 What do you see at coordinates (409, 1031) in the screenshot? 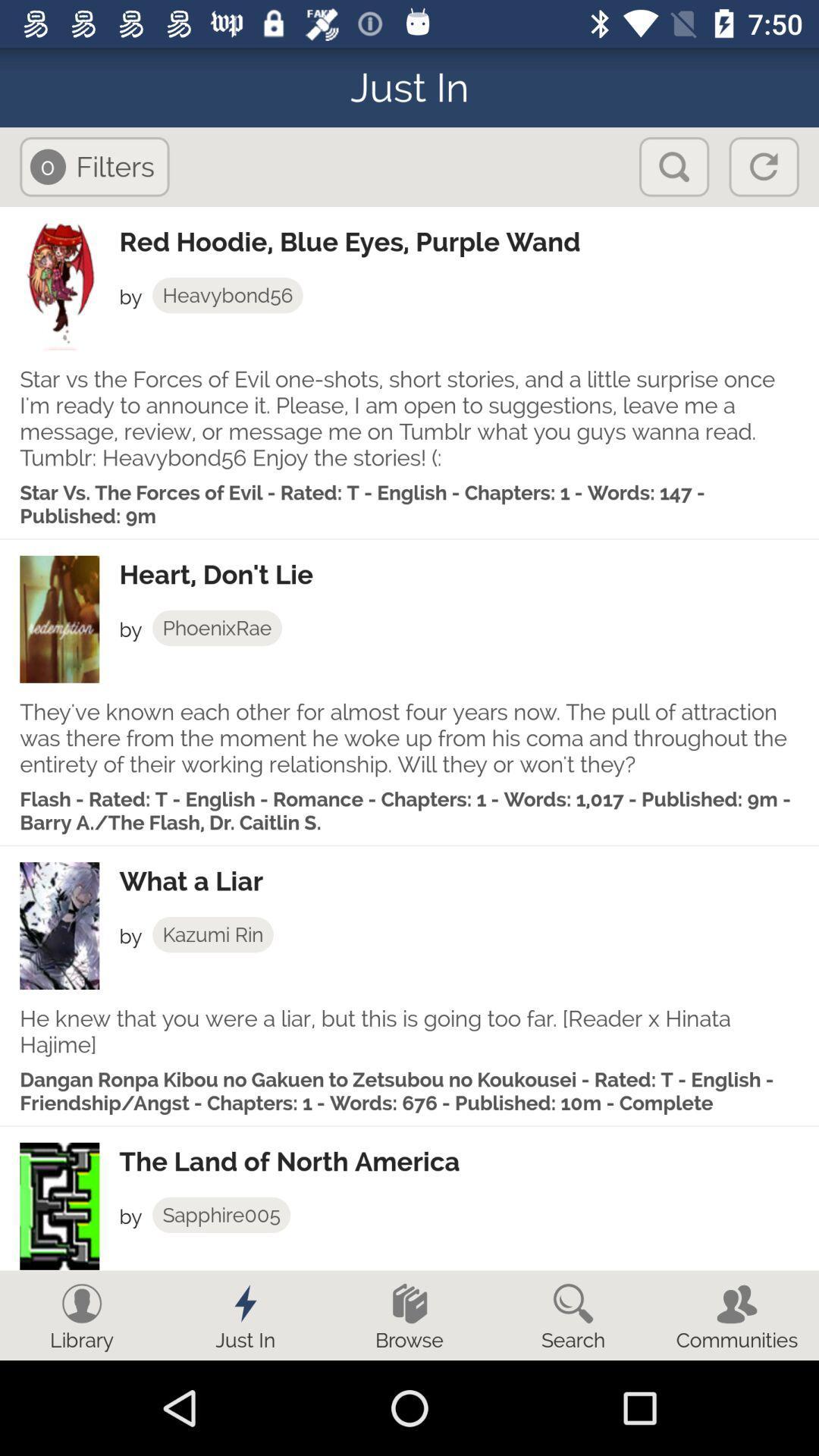
I see `the he knew that icon` at bounding box center [409, 1031].